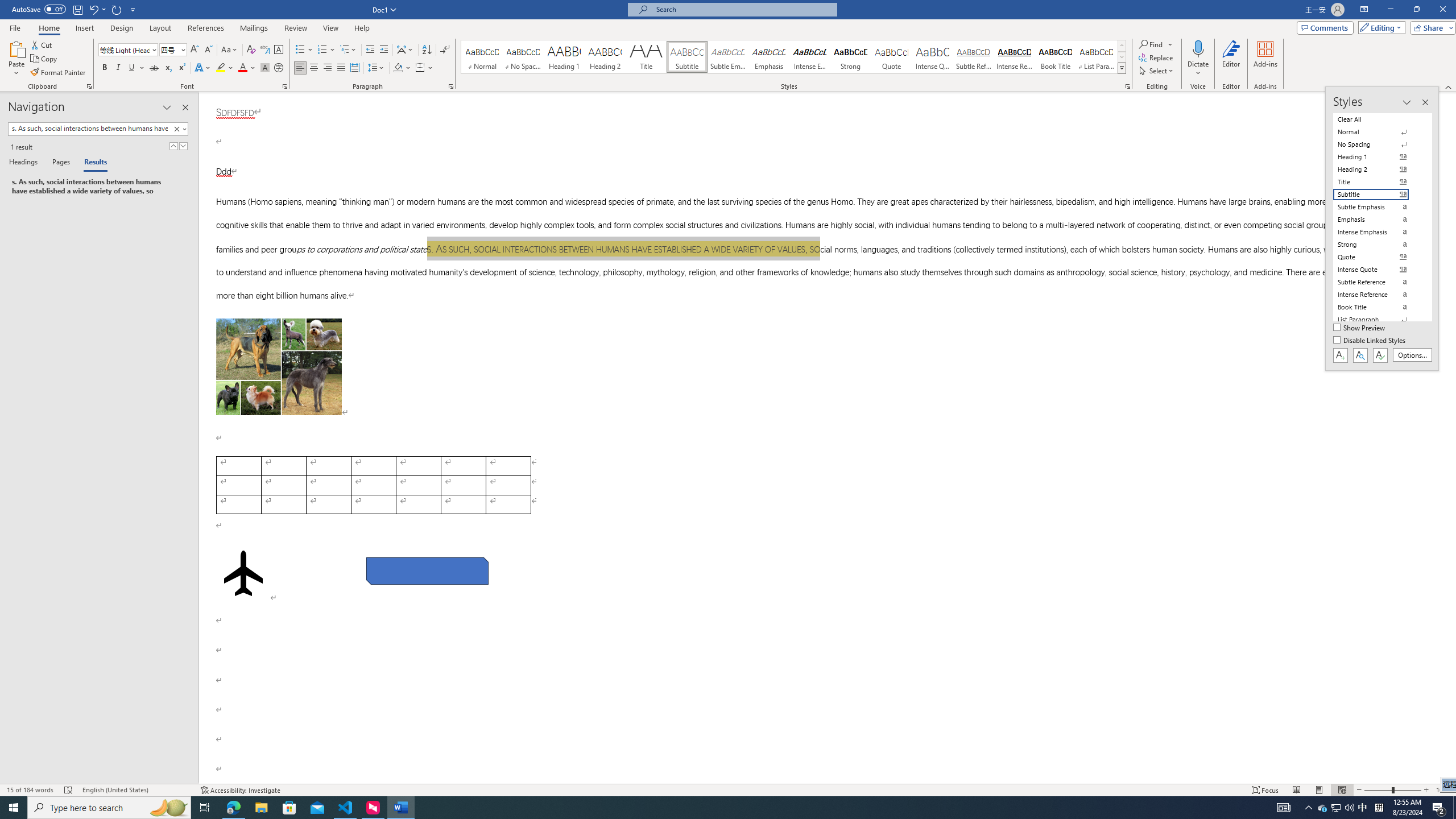 This screenshot has height=819, width=1456. Describe the element at coordinates (91, 163) in the screenshot. I see `'Results'` at that location.